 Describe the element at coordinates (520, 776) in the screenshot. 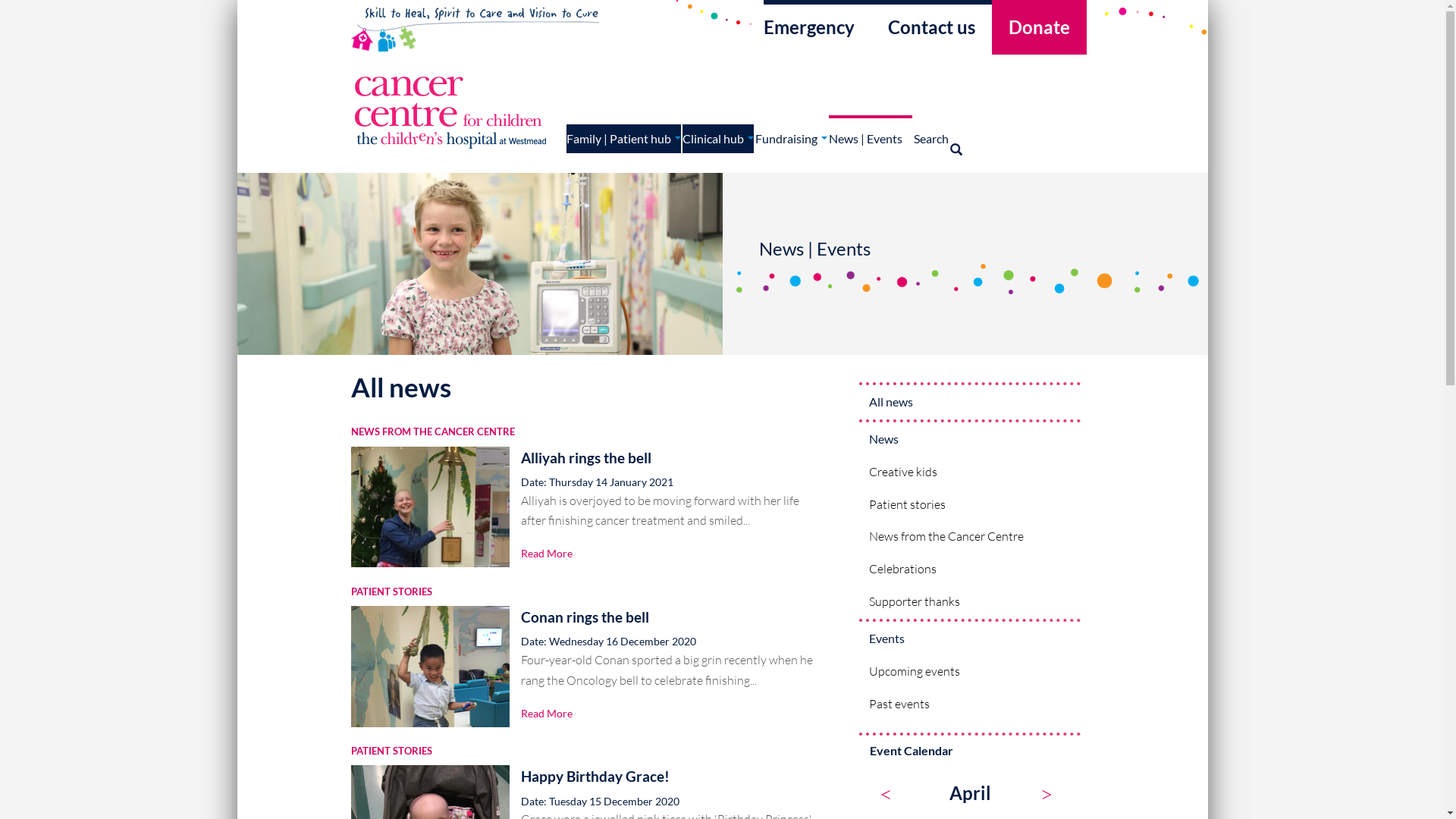

I see `'Happy Birthday Grace!'` at that location.